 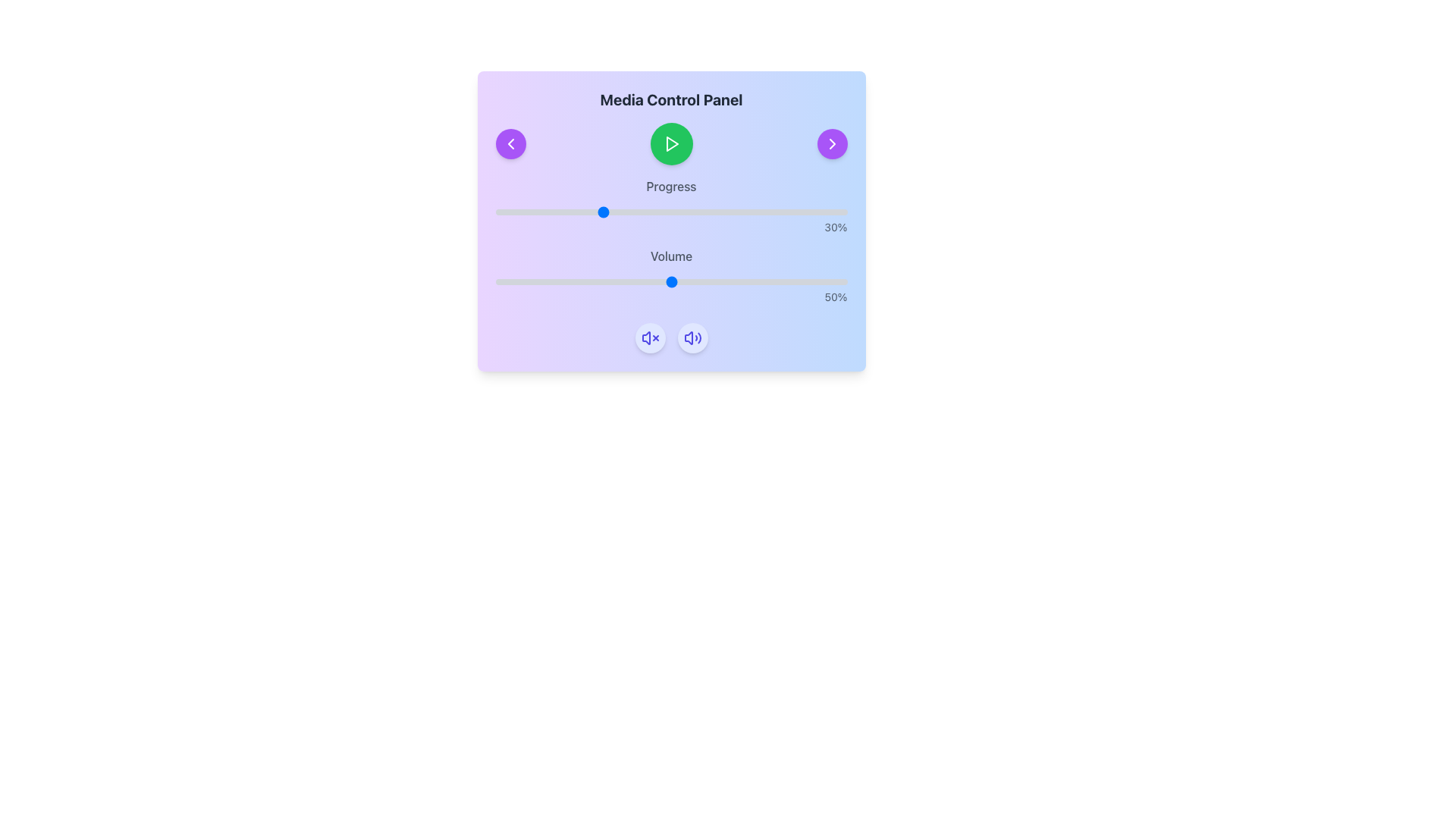 What do you see at coordinates (692, 337) in the screenshot?
I see `the volume control button located at the bottom-left corner of the media control panel` at bounding box center [692, 337].